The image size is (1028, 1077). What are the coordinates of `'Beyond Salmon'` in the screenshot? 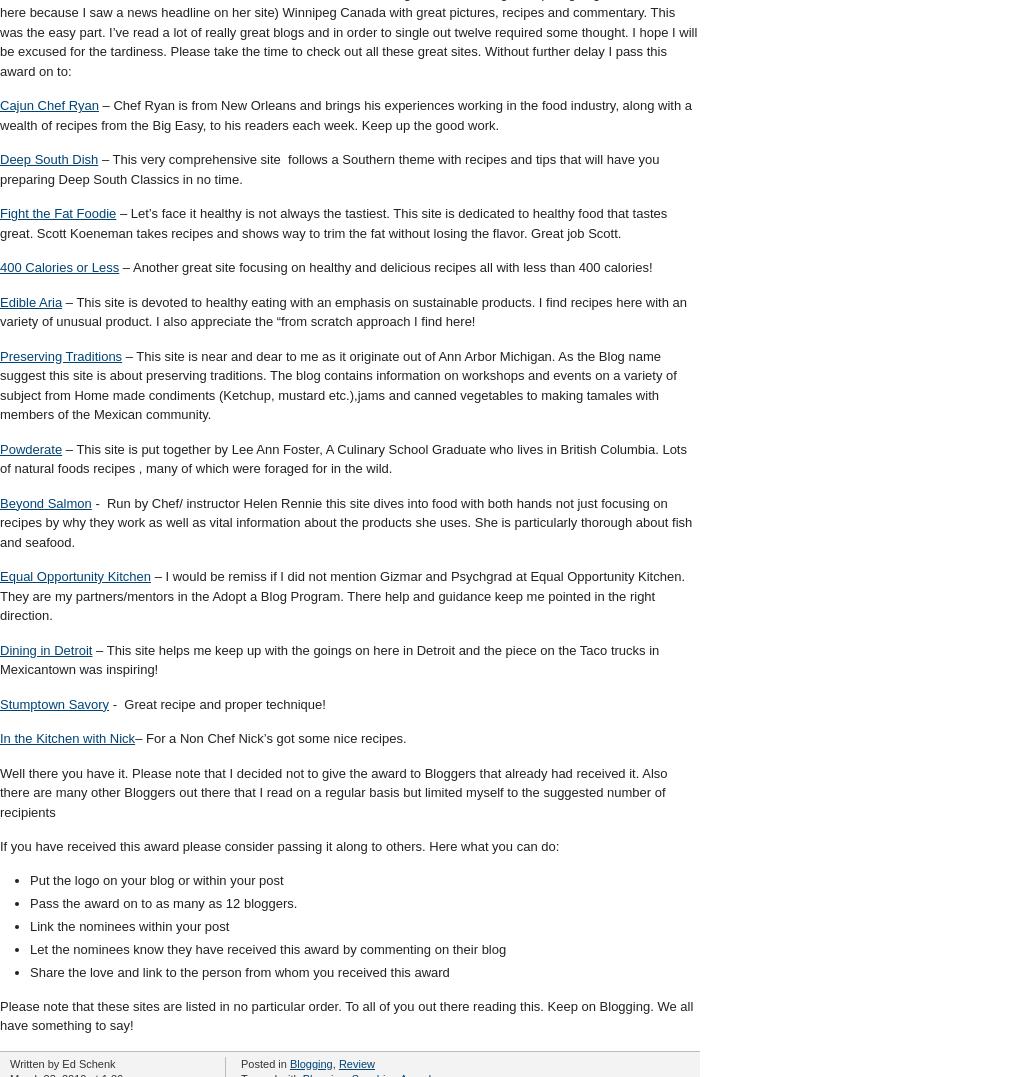 It's located at (45, 501).